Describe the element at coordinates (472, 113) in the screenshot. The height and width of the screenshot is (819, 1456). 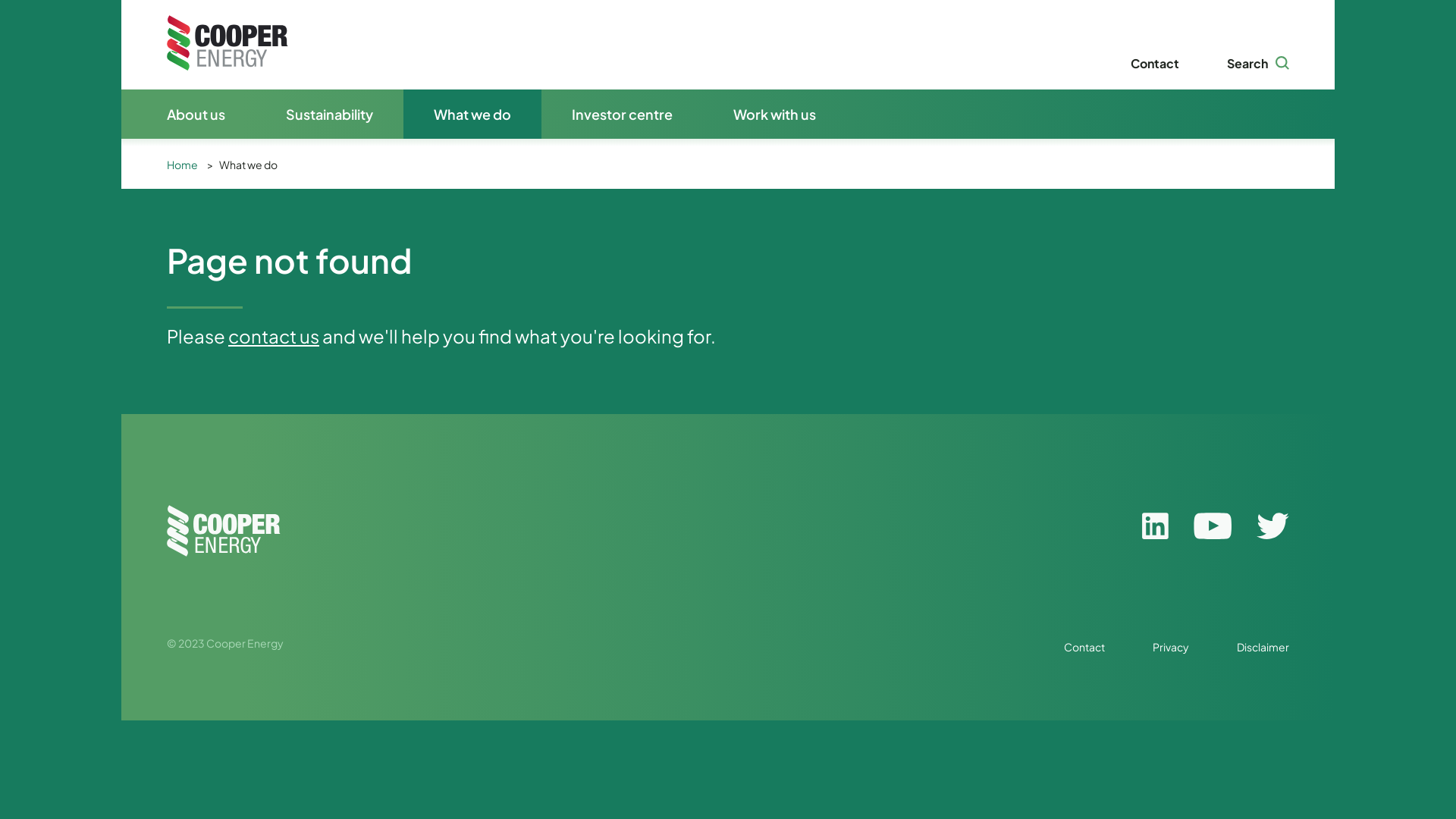
I see `'What we do'` at that location.